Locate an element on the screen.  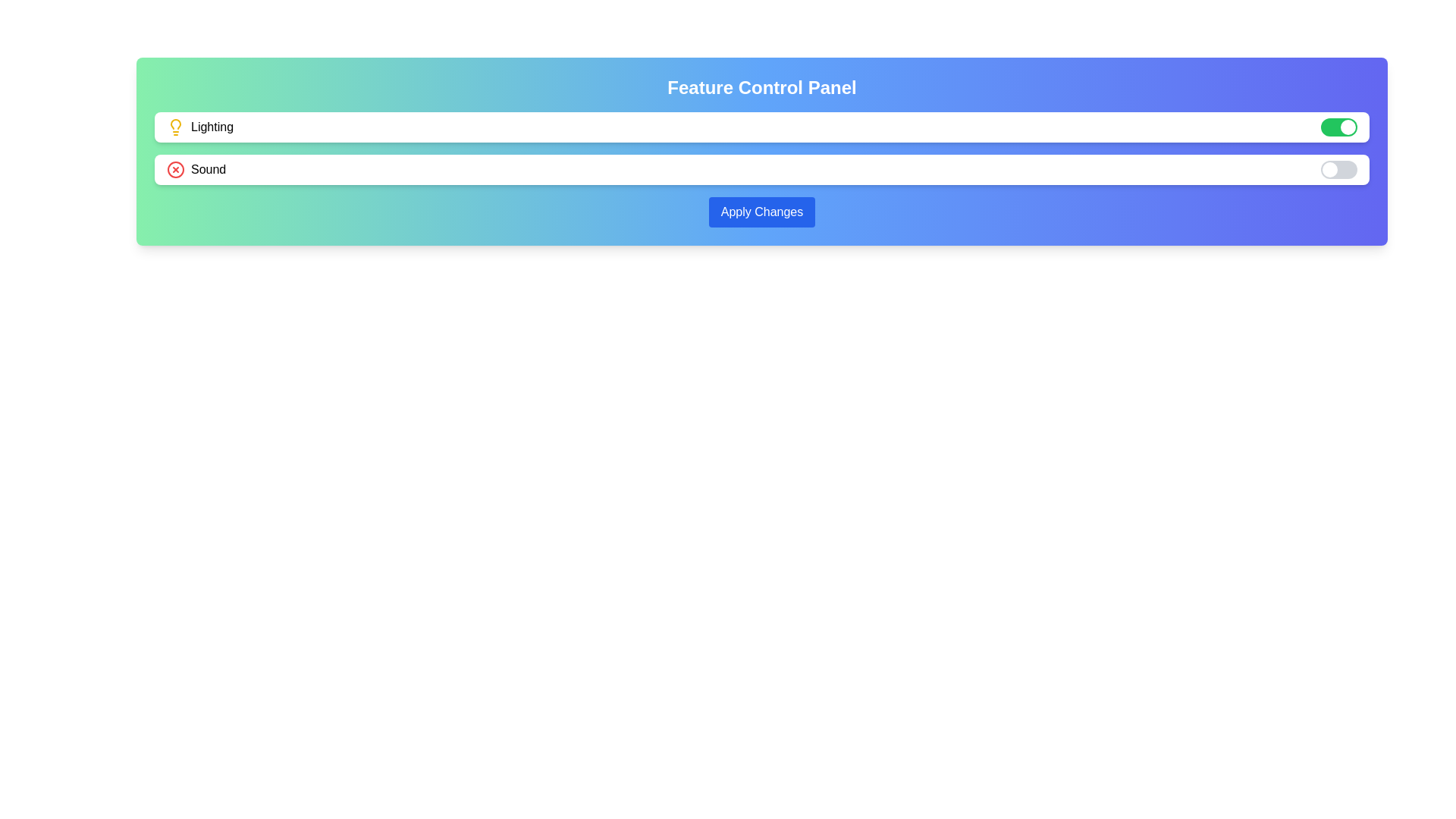
the red circular SVG icon next to the text 'Sound' in the second row of the control panel is located at coordinates (175, 169).